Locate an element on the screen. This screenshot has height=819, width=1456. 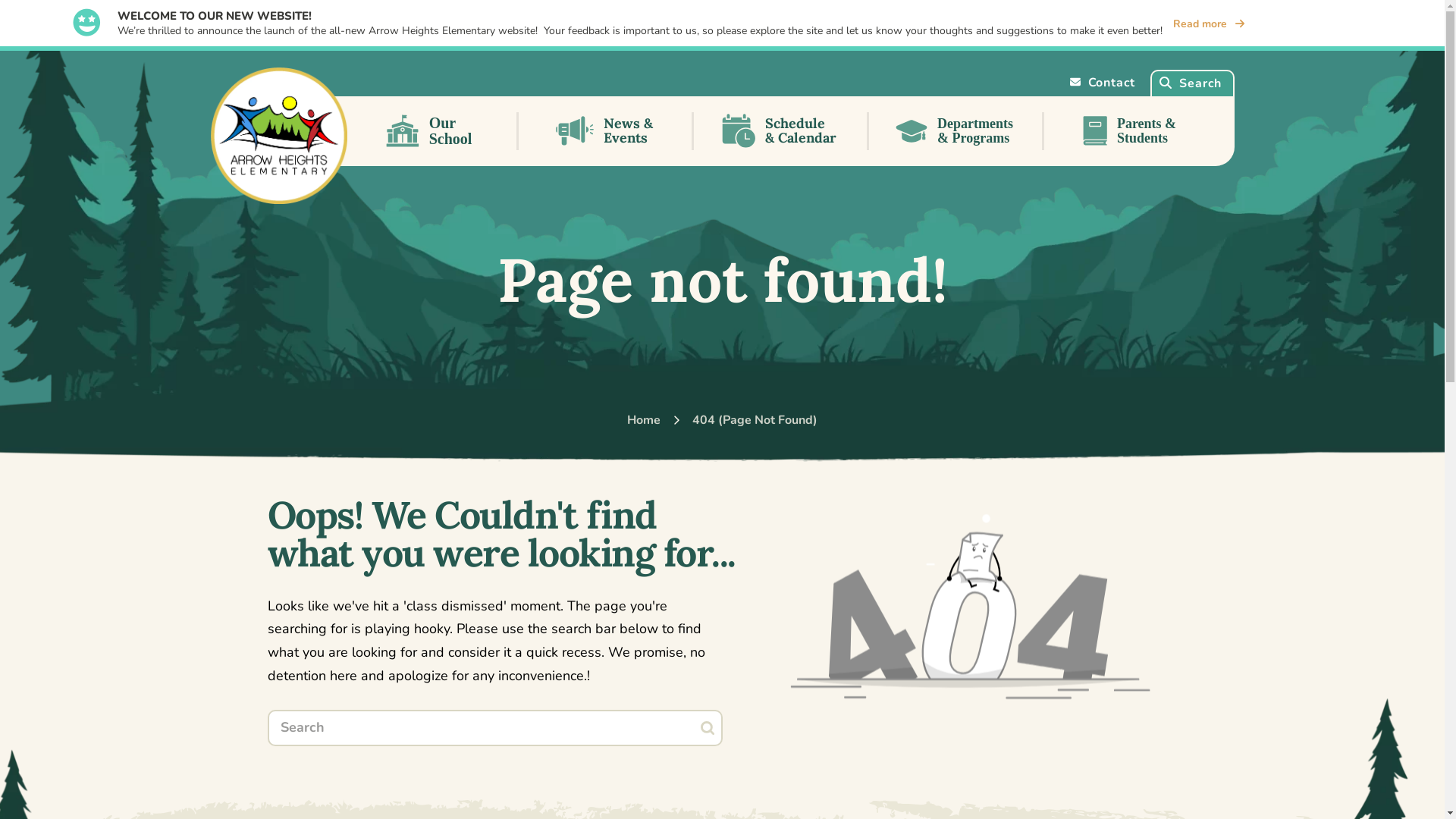
'Schedule is located at coordinates (780, 130).